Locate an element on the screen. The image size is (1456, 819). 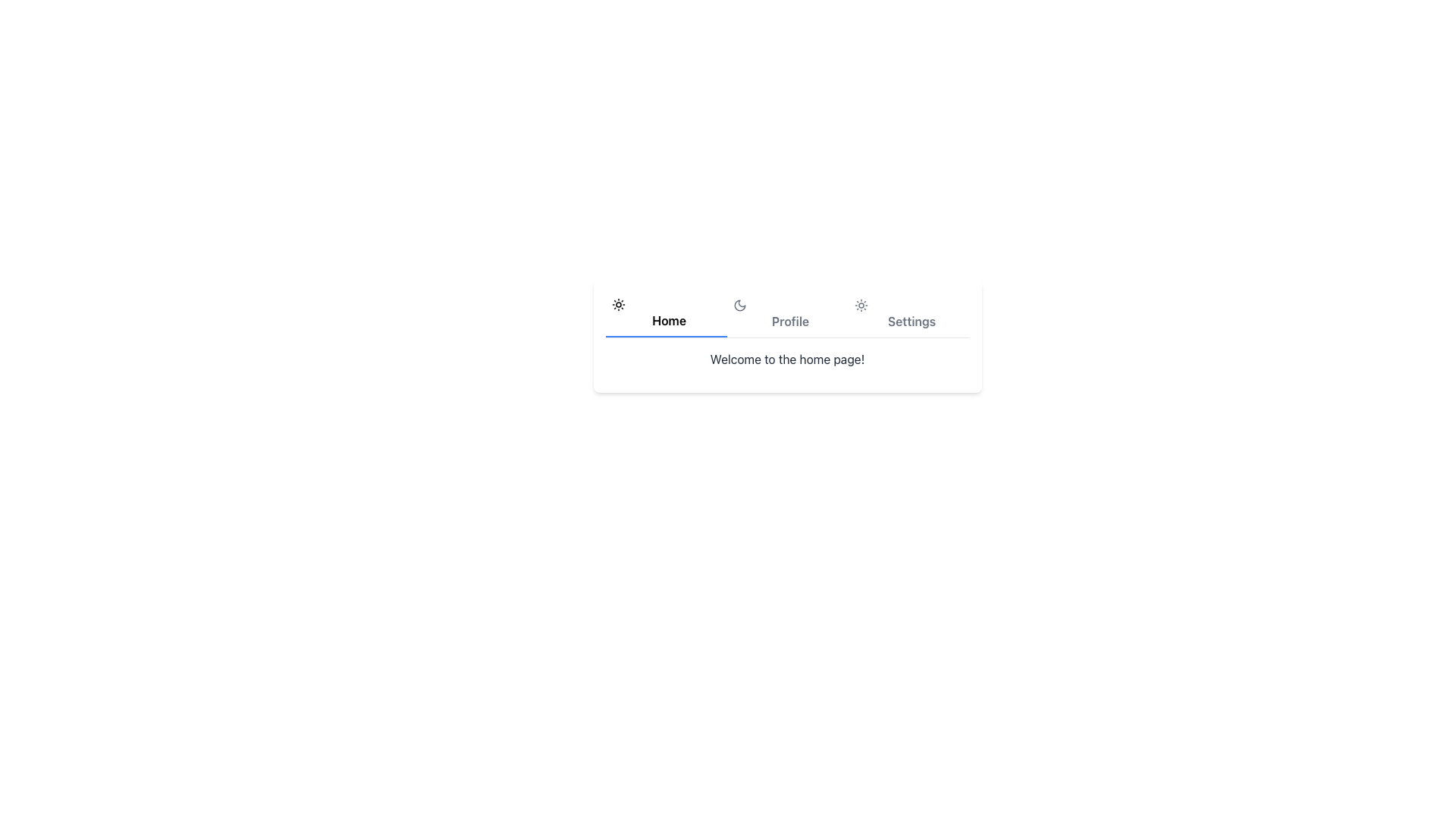
the 'Home' tab in the navigation bar is located at coordinates (666, 314).